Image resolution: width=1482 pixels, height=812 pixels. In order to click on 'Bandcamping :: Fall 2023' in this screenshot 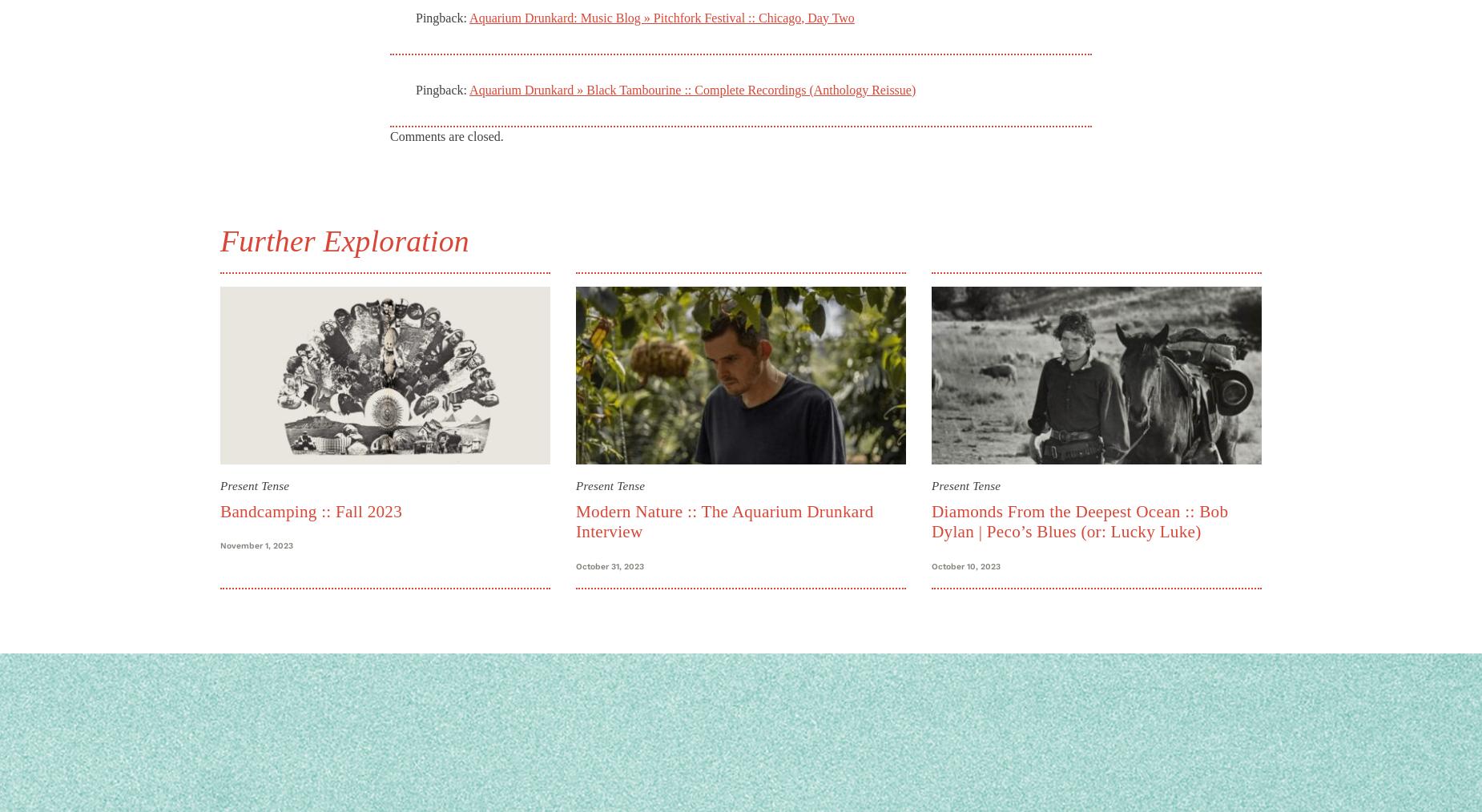, I will do `click(310, 511)`.